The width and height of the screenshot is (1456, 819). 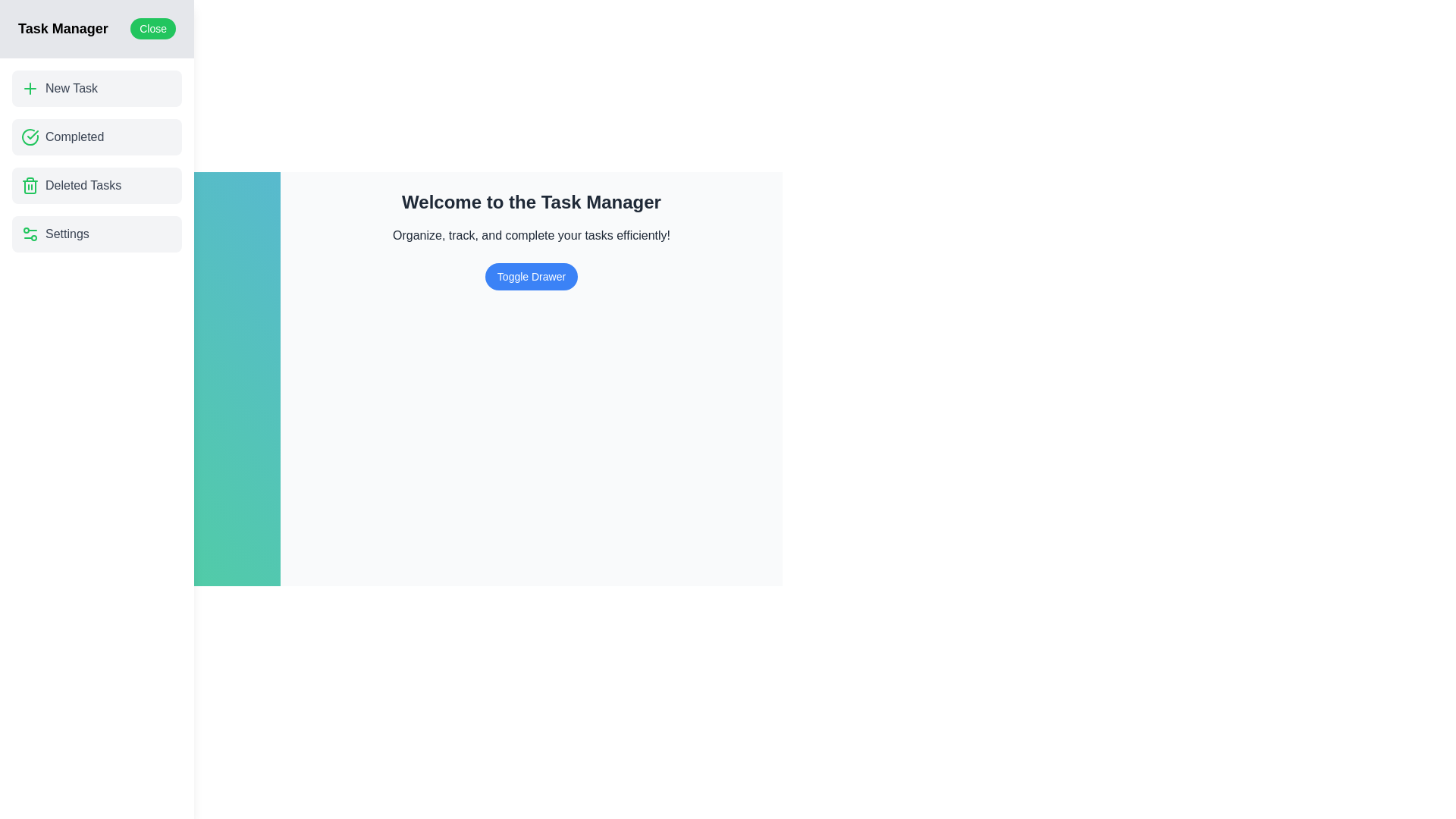 What do you see at coordinates (531, 277) in the screenshot?
I see `the 'Toggle Drawer' button to toggle the visibility of the drawer` at bounding box center [531, 277].